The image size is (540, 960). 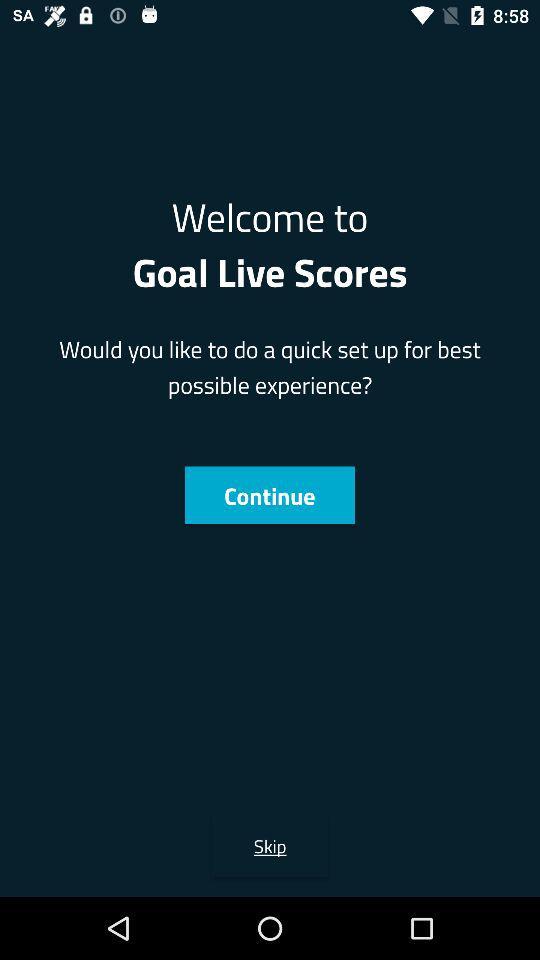 What do you see at coordinates (269, 494) in the screenshot?
I see `the icon above skip icon` at bounding box center [269, 494].